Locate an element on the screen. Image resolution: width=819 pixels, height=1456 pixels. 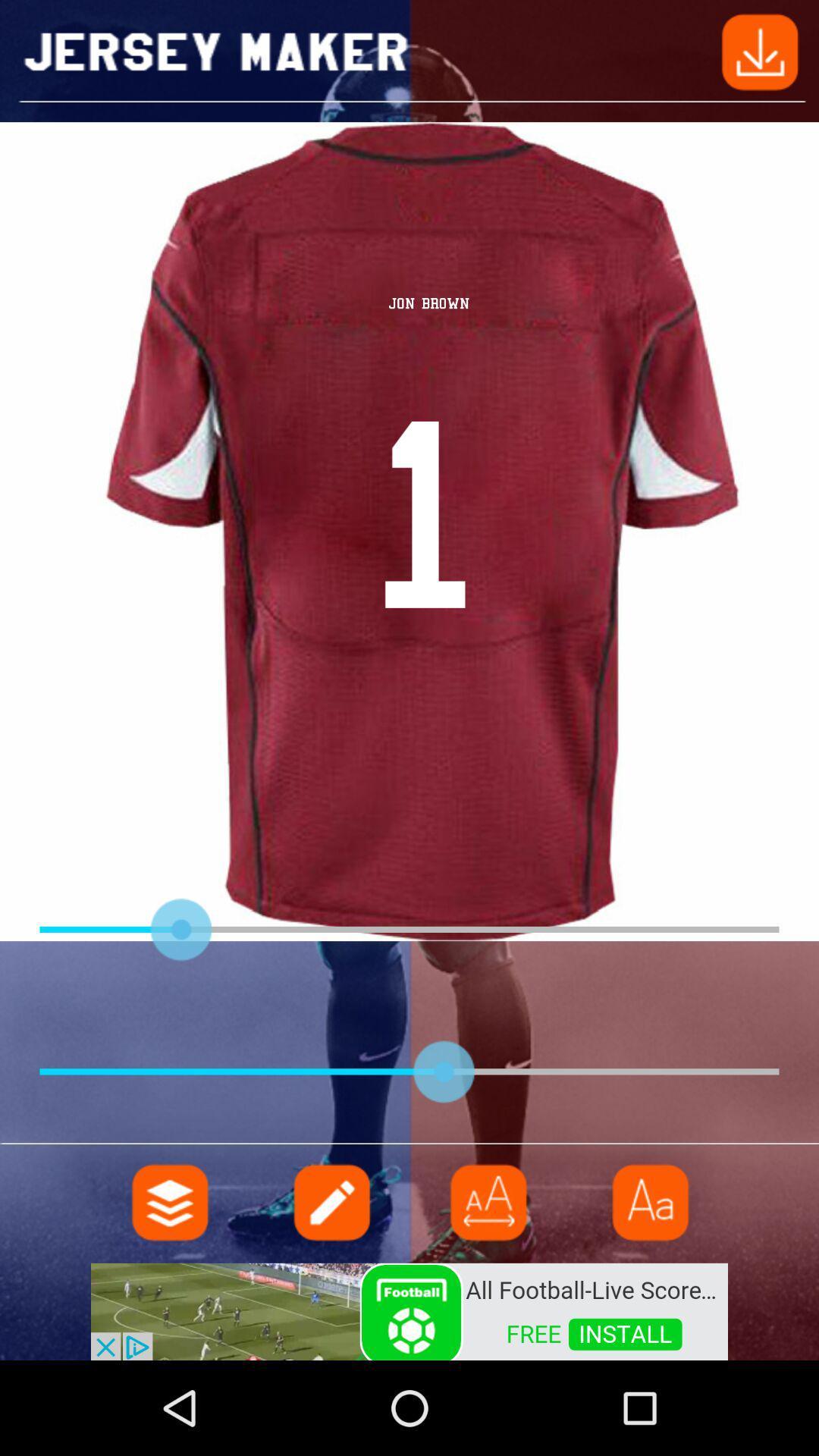
downloading button is located at coordinates (760, 51).